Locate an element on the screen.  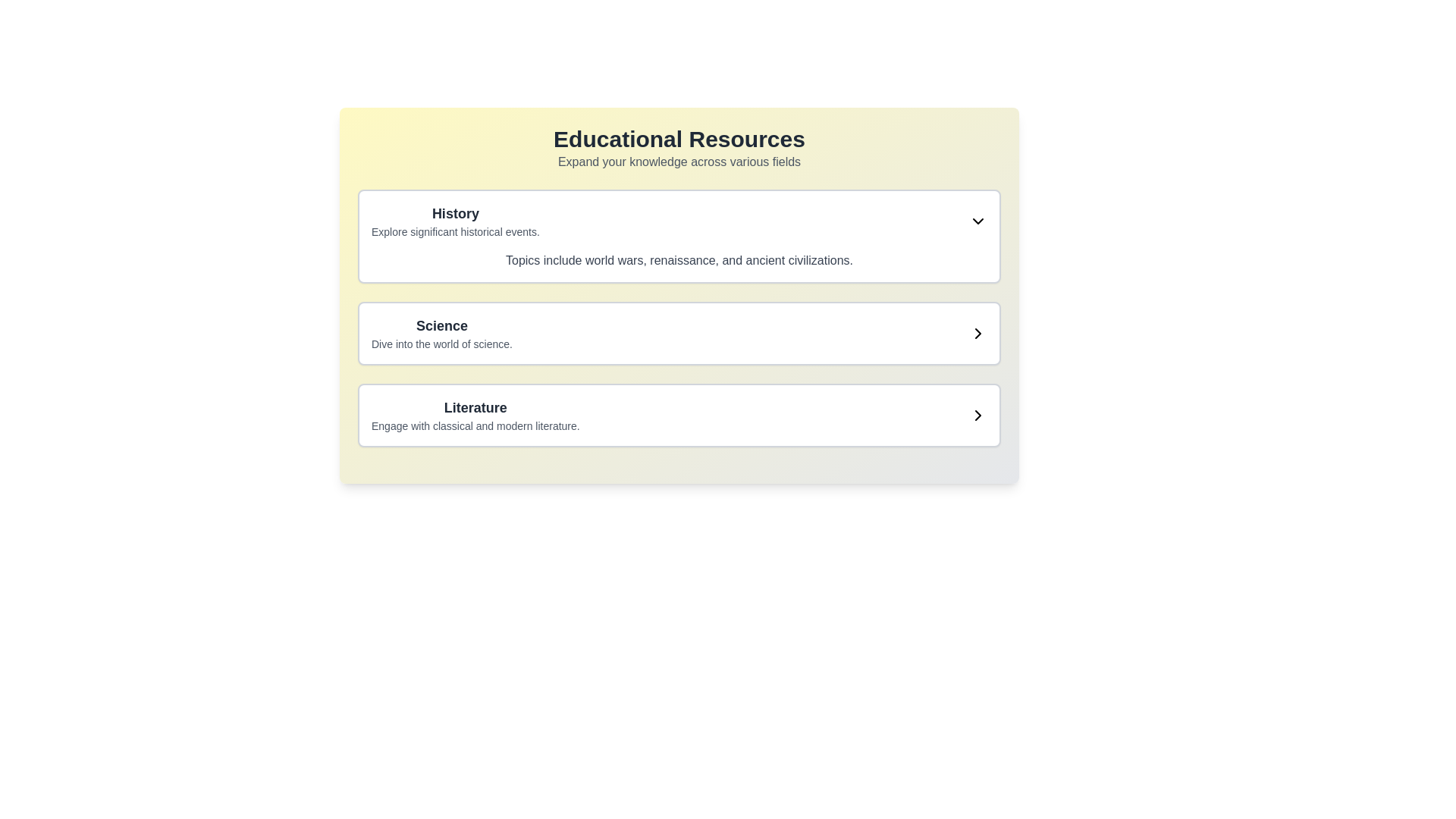
the title and description text block located at the top of the educational resources section, which precedes the 'Science' and 'Literature' sections is located at coordinates (454, 221).